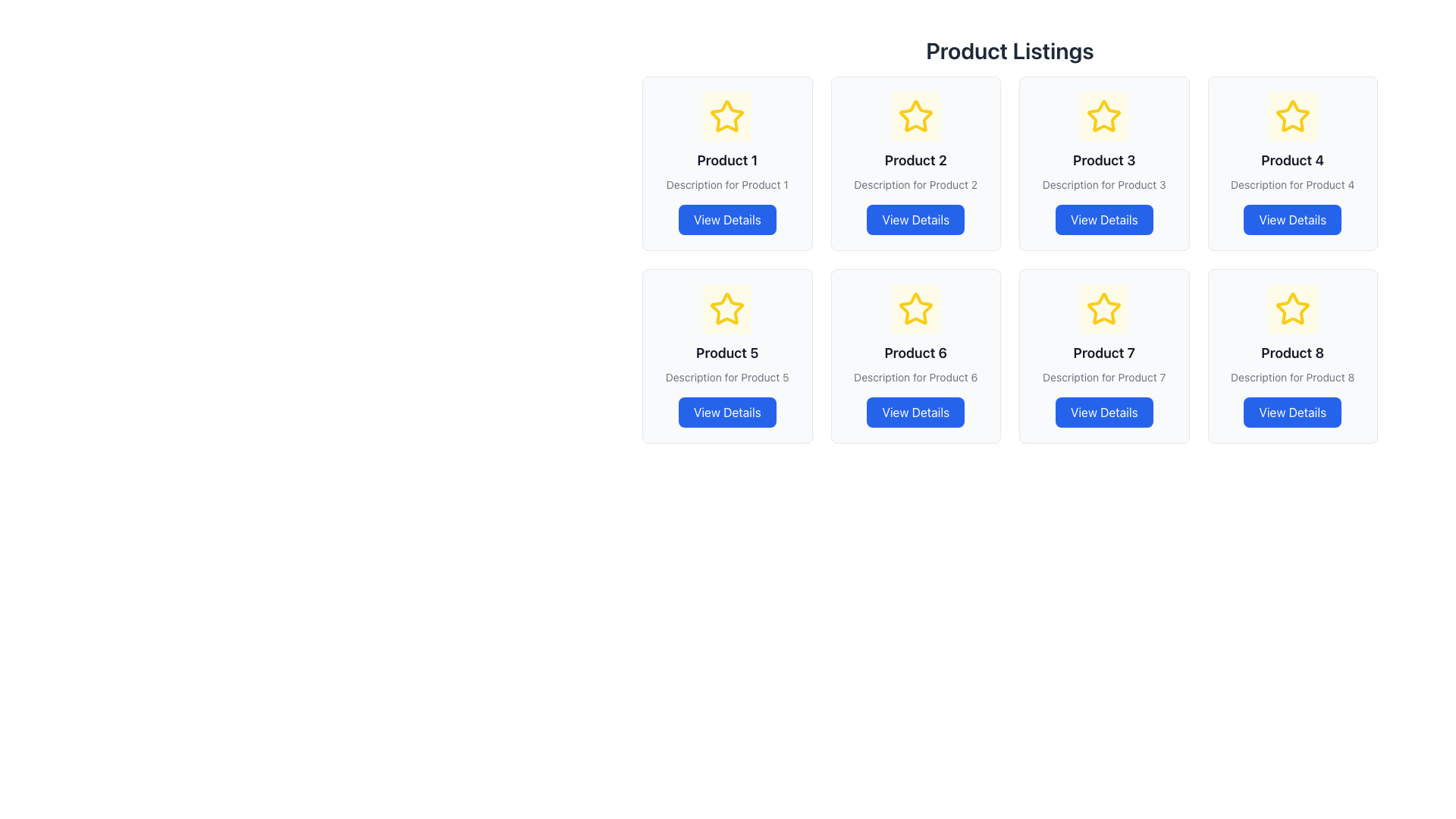 This screenshot has width=1456, height=819. I want to click on the 'View Details' button, so click(915, 219).